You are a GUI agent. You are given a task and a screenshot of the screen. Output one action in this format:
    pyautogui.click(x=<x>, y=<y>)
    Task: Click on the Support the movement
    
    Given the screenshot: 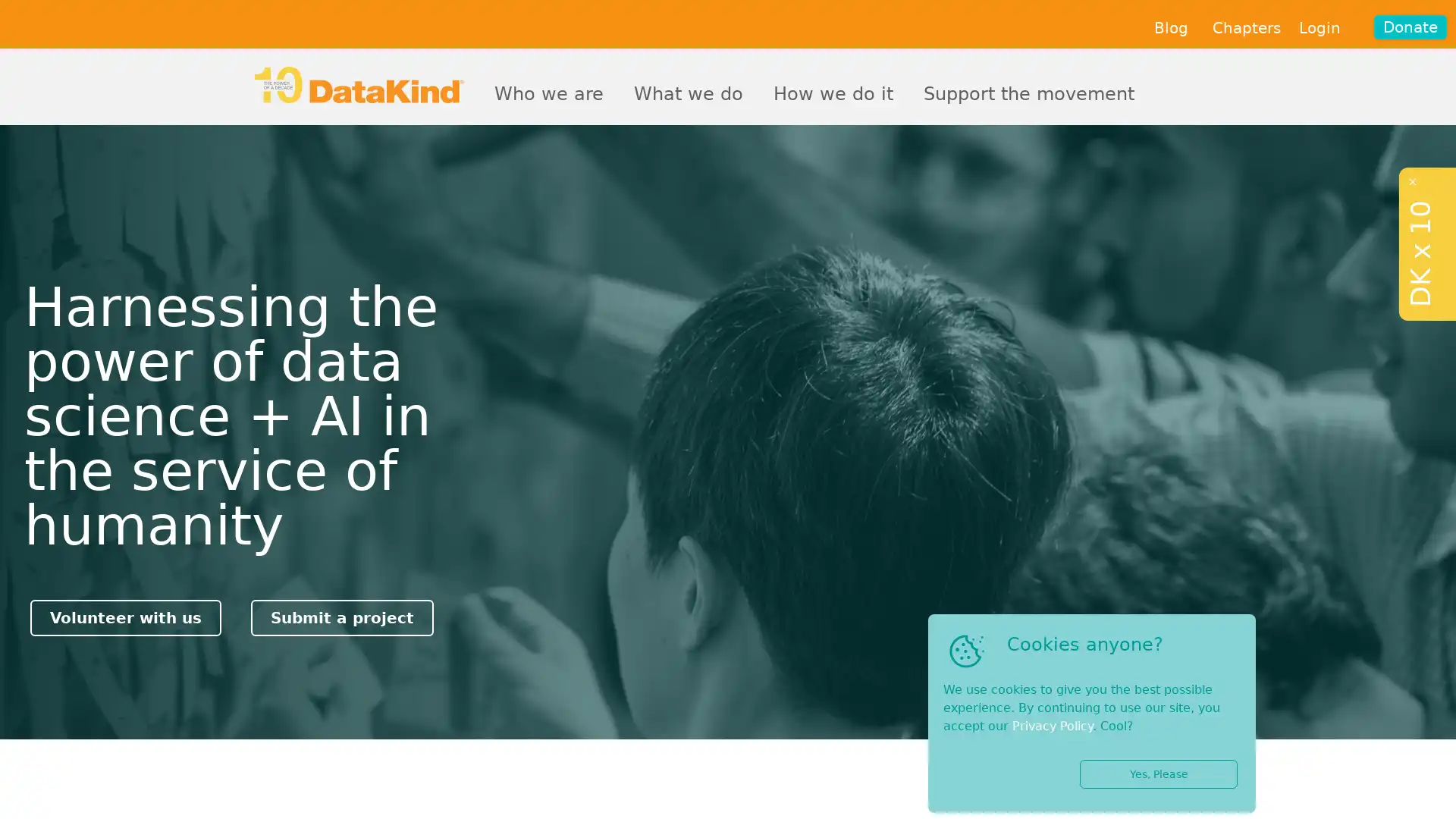 What is the action you would take?
    pyautogui.click(x=1029, y=91)
    